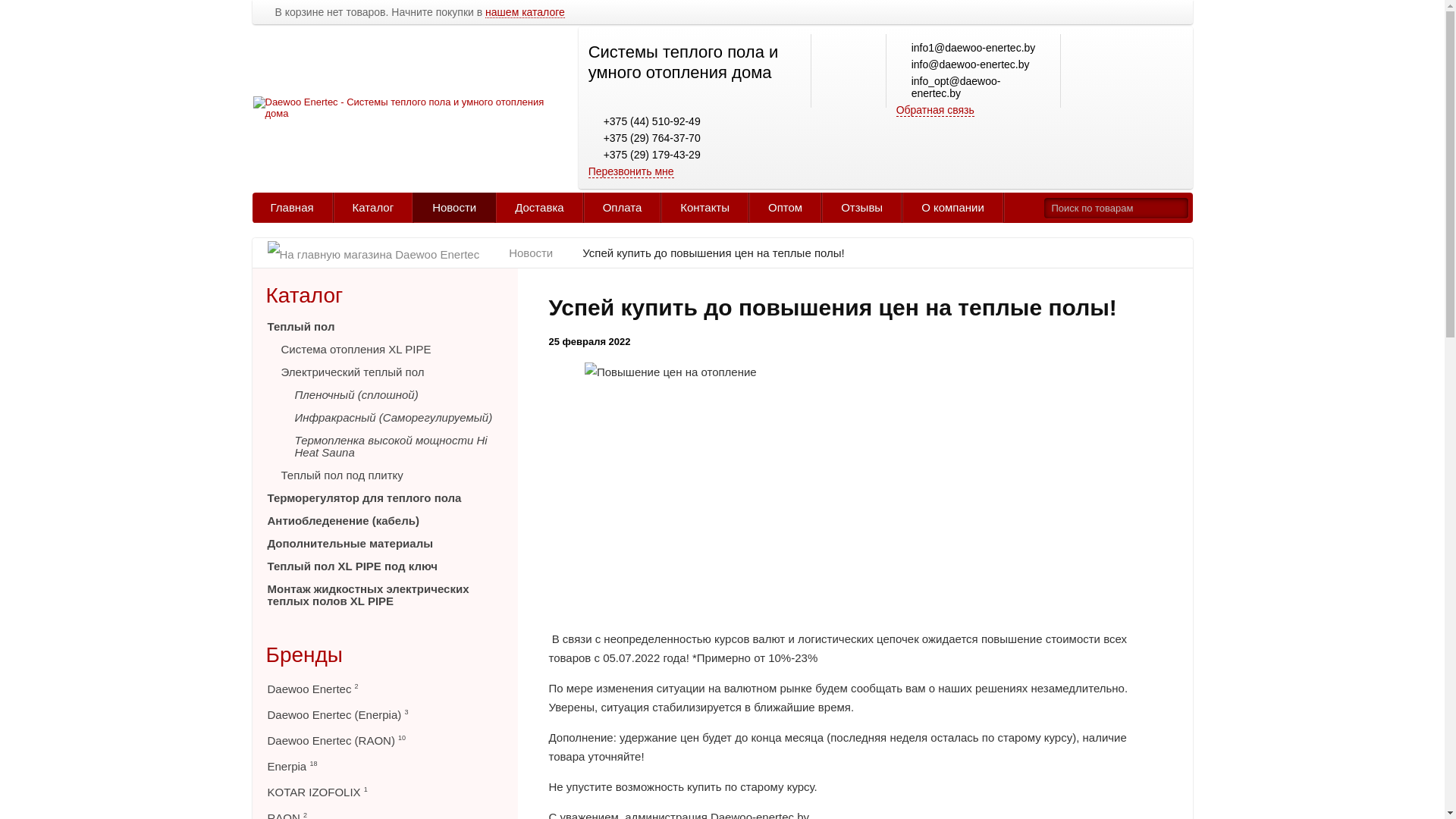 The height and width of the screenshot is (819, 1456). What do you see at coordinates (251, 739) in the screenshot?
I see `'Daewoo Enertec (RAON) 10'` at bounding box center [251, 739].